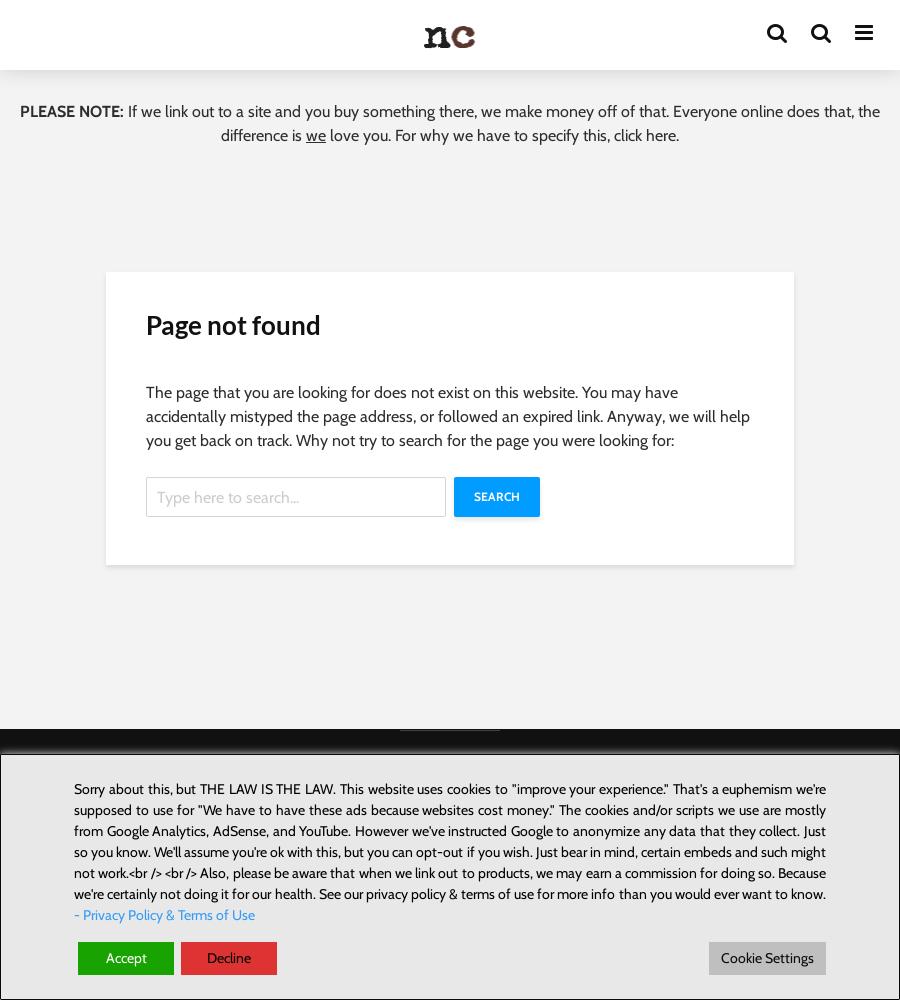 This screenshot has height=1000, width=900. What do you see at coordinates (468, 135) in the screenshot?
I see `'love you. For why we have to specify this,'` at bounding box center [468, 135].